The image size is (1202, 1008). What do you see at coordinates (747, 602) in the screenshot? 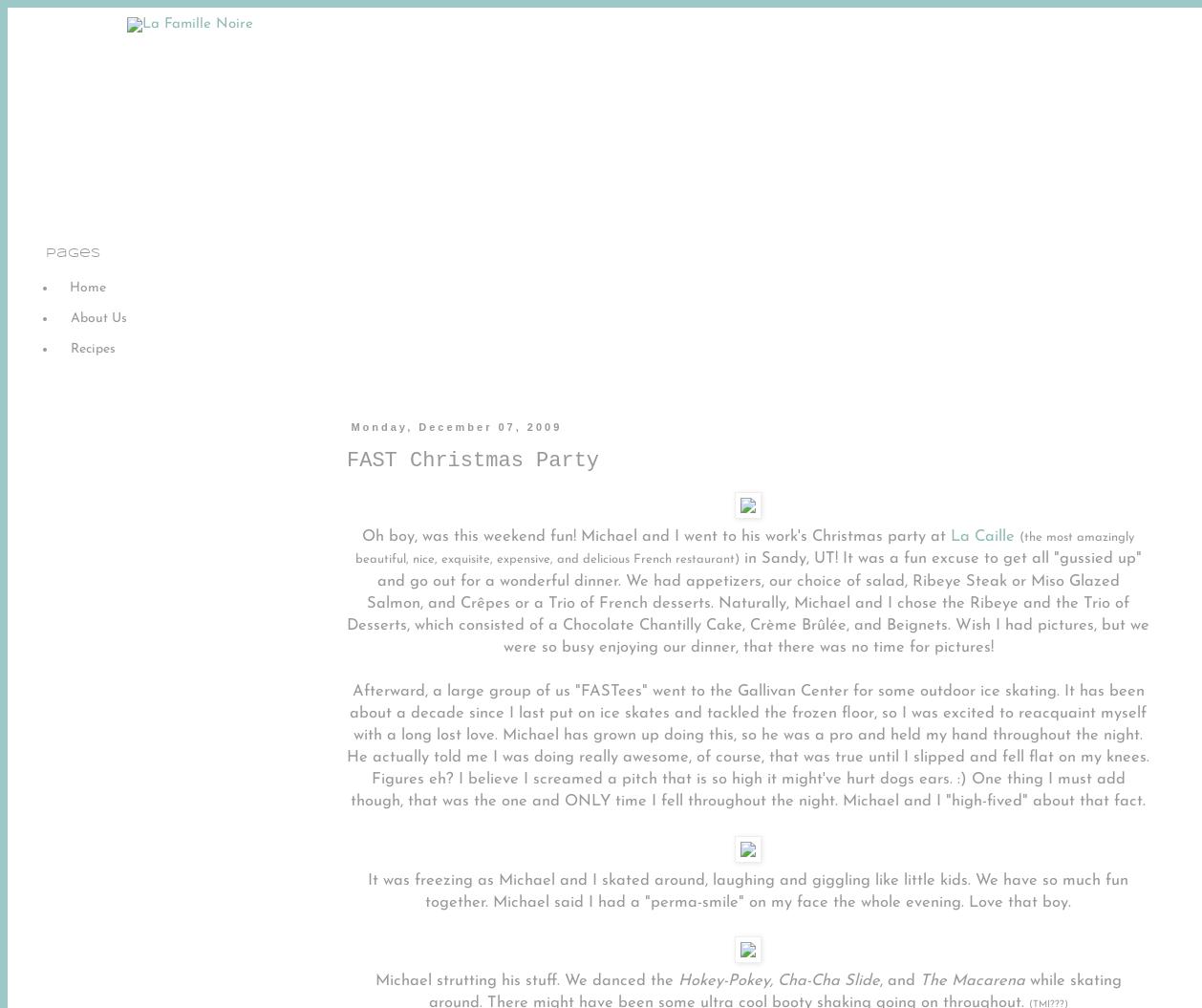
I see `'in Sandy, UT! It was a fun excuse to get all "gussied up" and go out for a wonderful dinner. We had appetizers, our choice of salad, Ribeye Steak or Miso Glazed Salmon, and Crêpes or a Trio of French desserts. Naturally, Michael and I chose the Ribeye and the Trio of Desserts, which consisted of a Chocolate Chantilly Cake, Crème Brûlée, and Beignets. Wish I had pictures, but we were so busy enjoying our dinner, that there was no time for pictures!'` at bounding box center [747, 602].